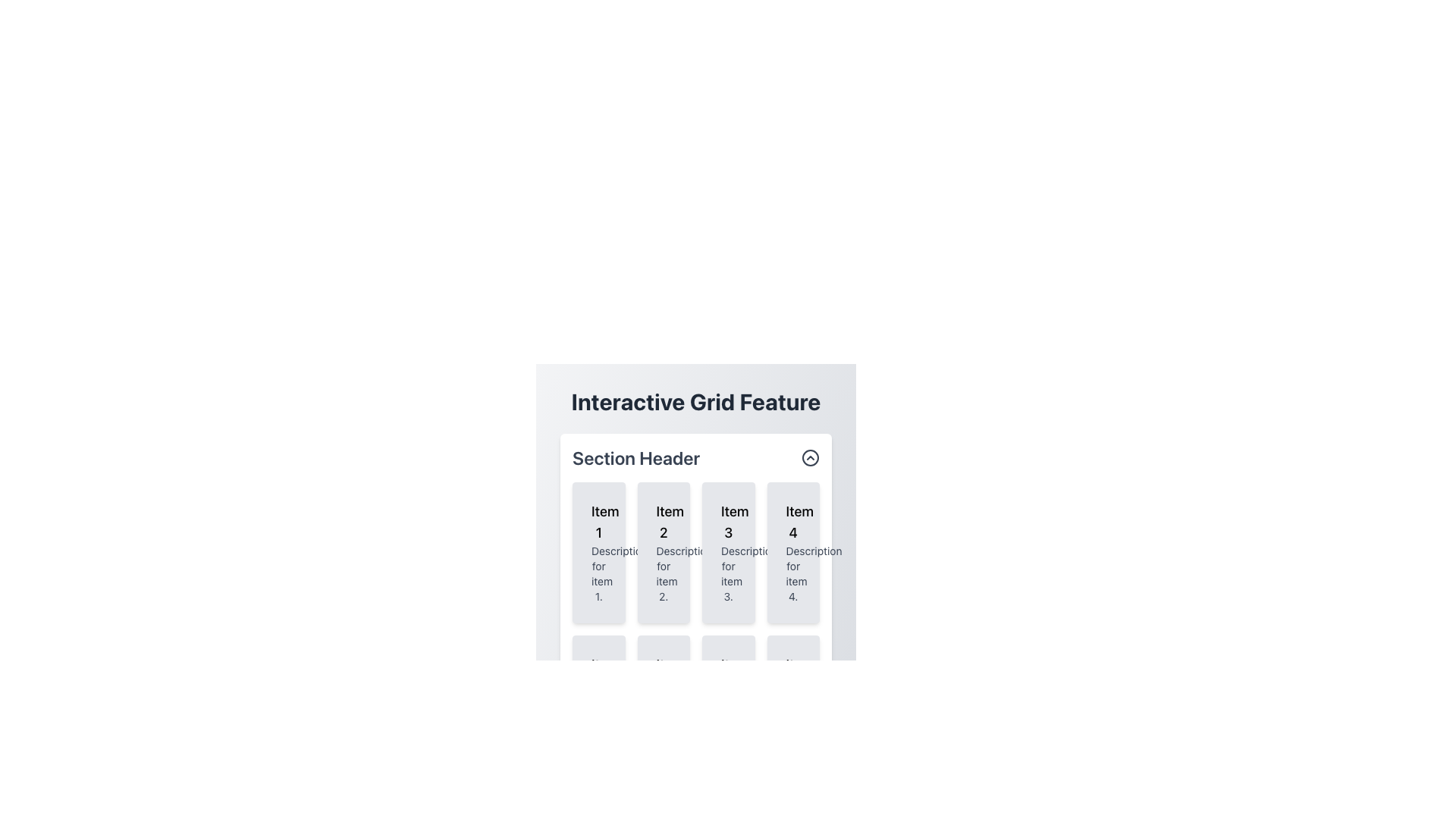 This screenshot has height=819, width=1456. Describe the element at coordinates (792, 553) in the screenshot. I see `details of the Card, which is the fourth item in a grid layout located at the top-right corner, directly to the right of 'Item 3'` at that location.